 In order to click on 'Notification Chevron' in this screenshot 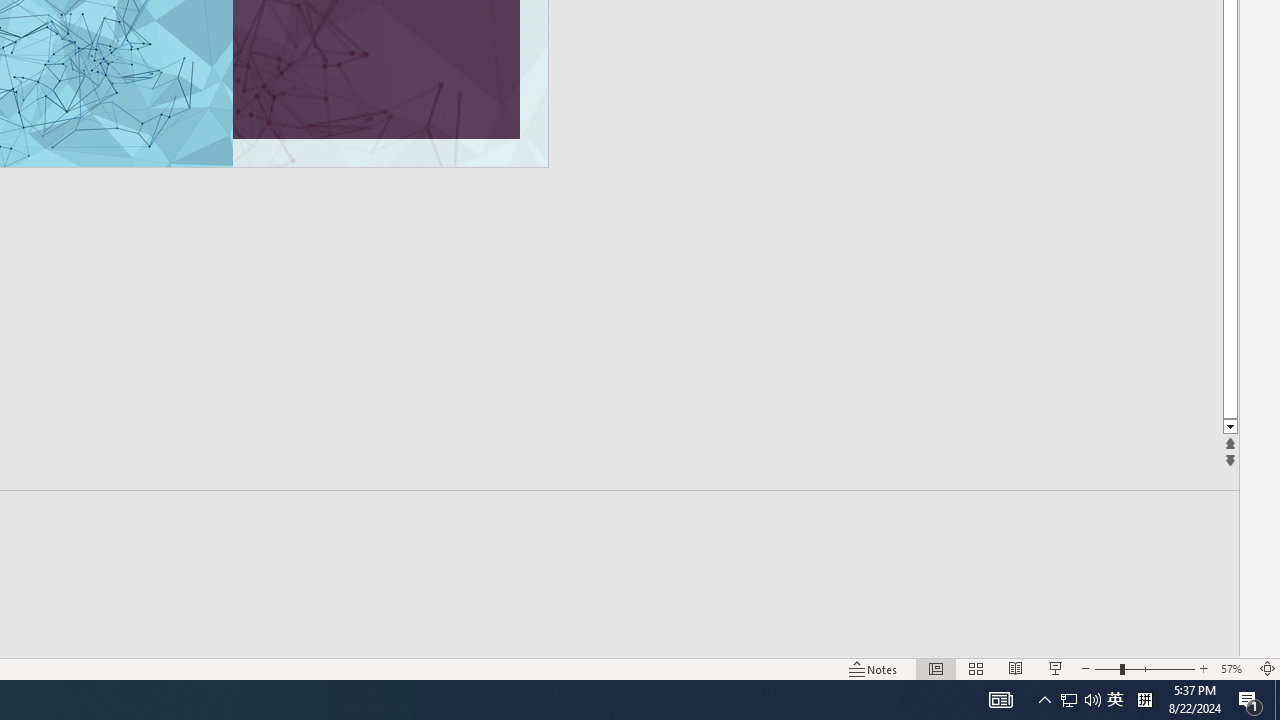, I will do `click(1044, 698)`.